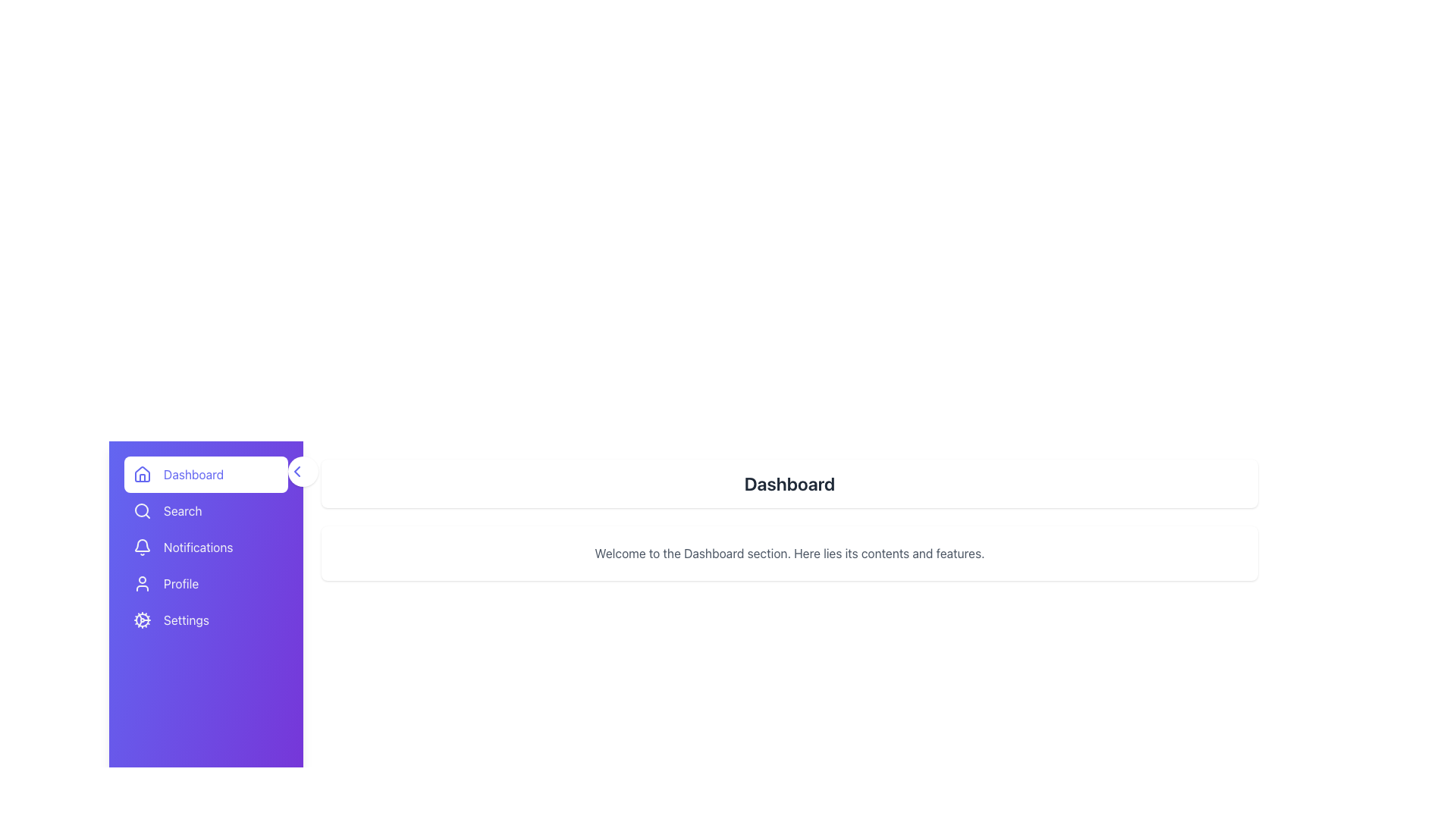 The width and height of the screenshot is (1456, 819). I want to click on the 'Profile' text label in the sidebar menu, which is located below the 'Notifications' item and above the 'Settings' item, so click(181, 583).